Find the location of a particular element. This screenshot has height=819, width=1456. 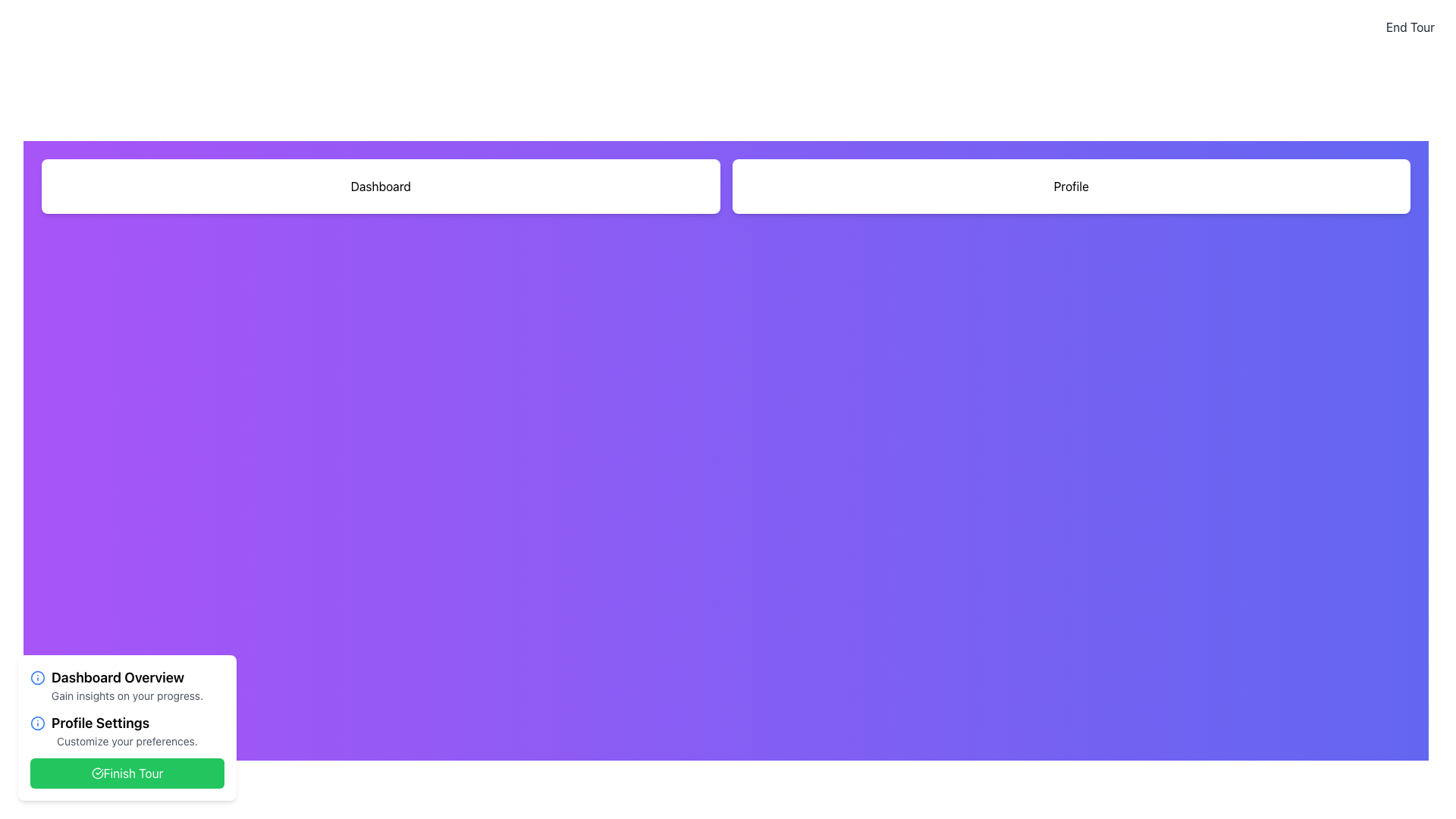

the icon located to the far left of the 'Dashboard Overview' heading, which serves as a visual indicator for displaying additional information is located at coordinates (37, 677).